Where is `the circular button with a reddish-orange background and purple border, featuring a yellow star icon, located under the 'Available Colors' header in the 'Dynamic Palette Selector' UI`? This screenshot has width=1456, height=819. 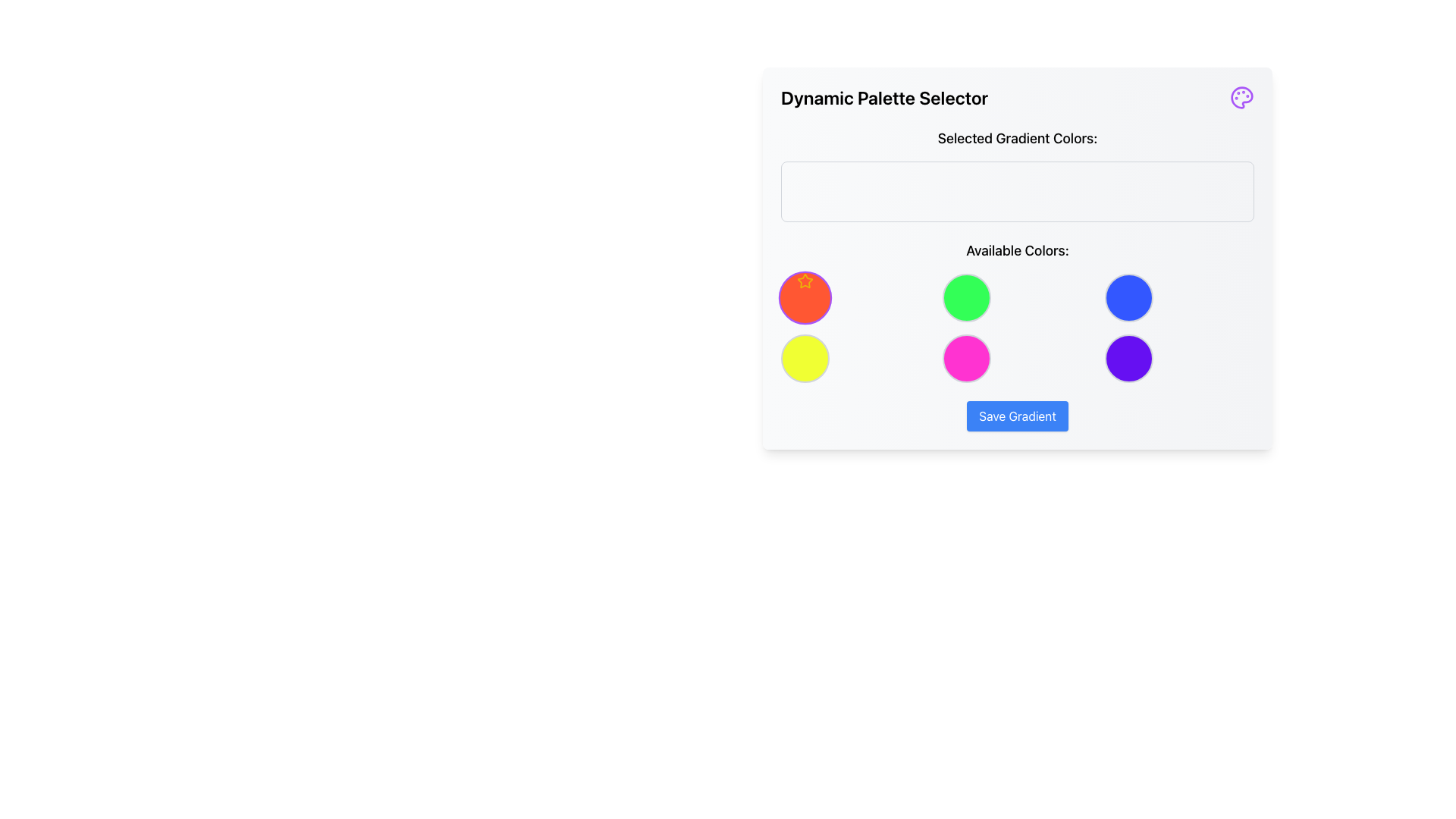
the circular button with a reddish-orange background and purple border, featuring a yellow star icon, located under the 'Available Colors' header in the 'Dynamic Palette Selector' UI is located at coordinates (804, 298).